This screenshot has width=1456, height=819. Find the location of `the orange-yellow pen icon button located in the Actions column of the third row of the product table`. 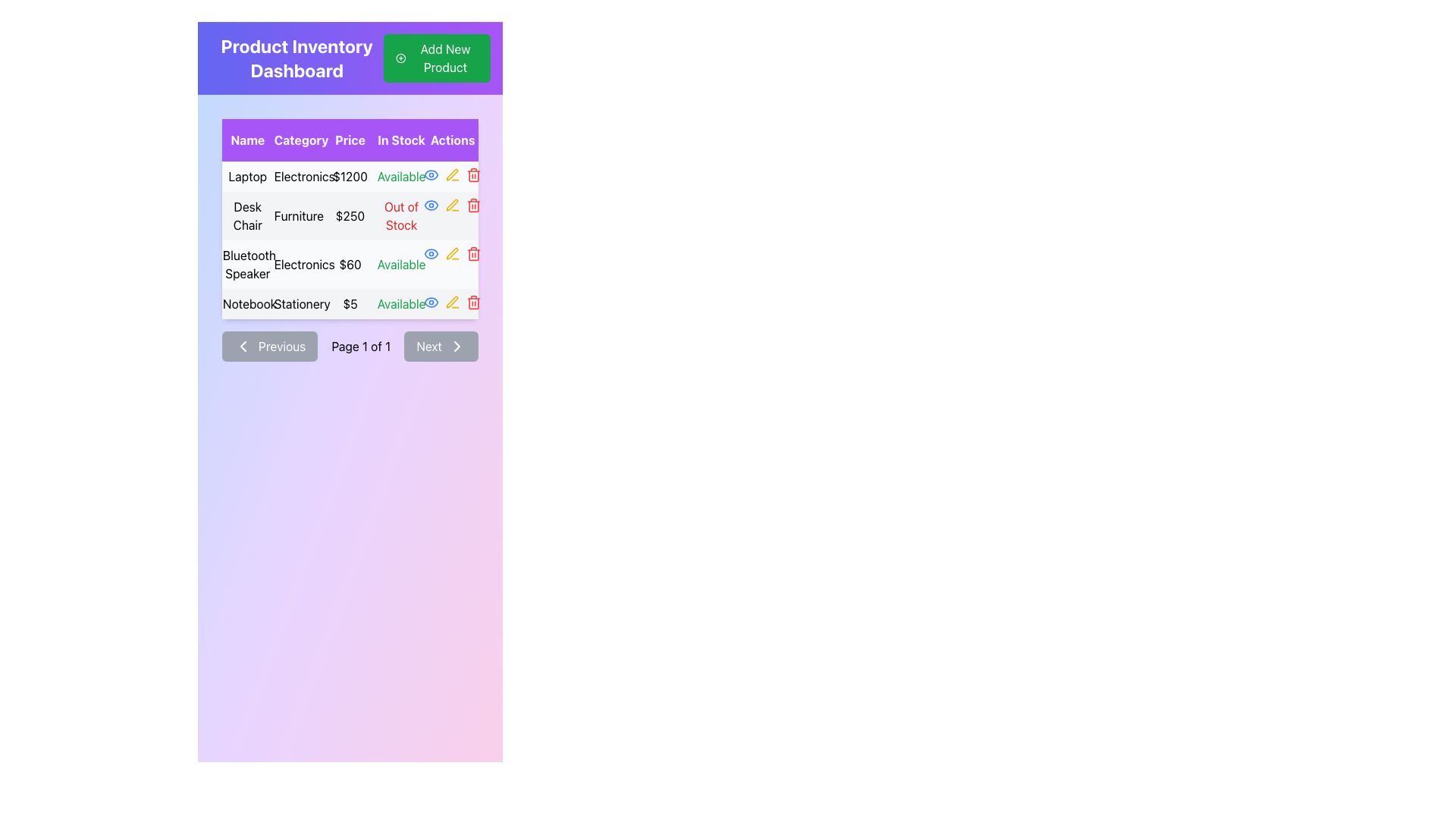

the orange-yellow pen icon button located in the Actions column of the third row of the product table is located at coordinates (451, 253).